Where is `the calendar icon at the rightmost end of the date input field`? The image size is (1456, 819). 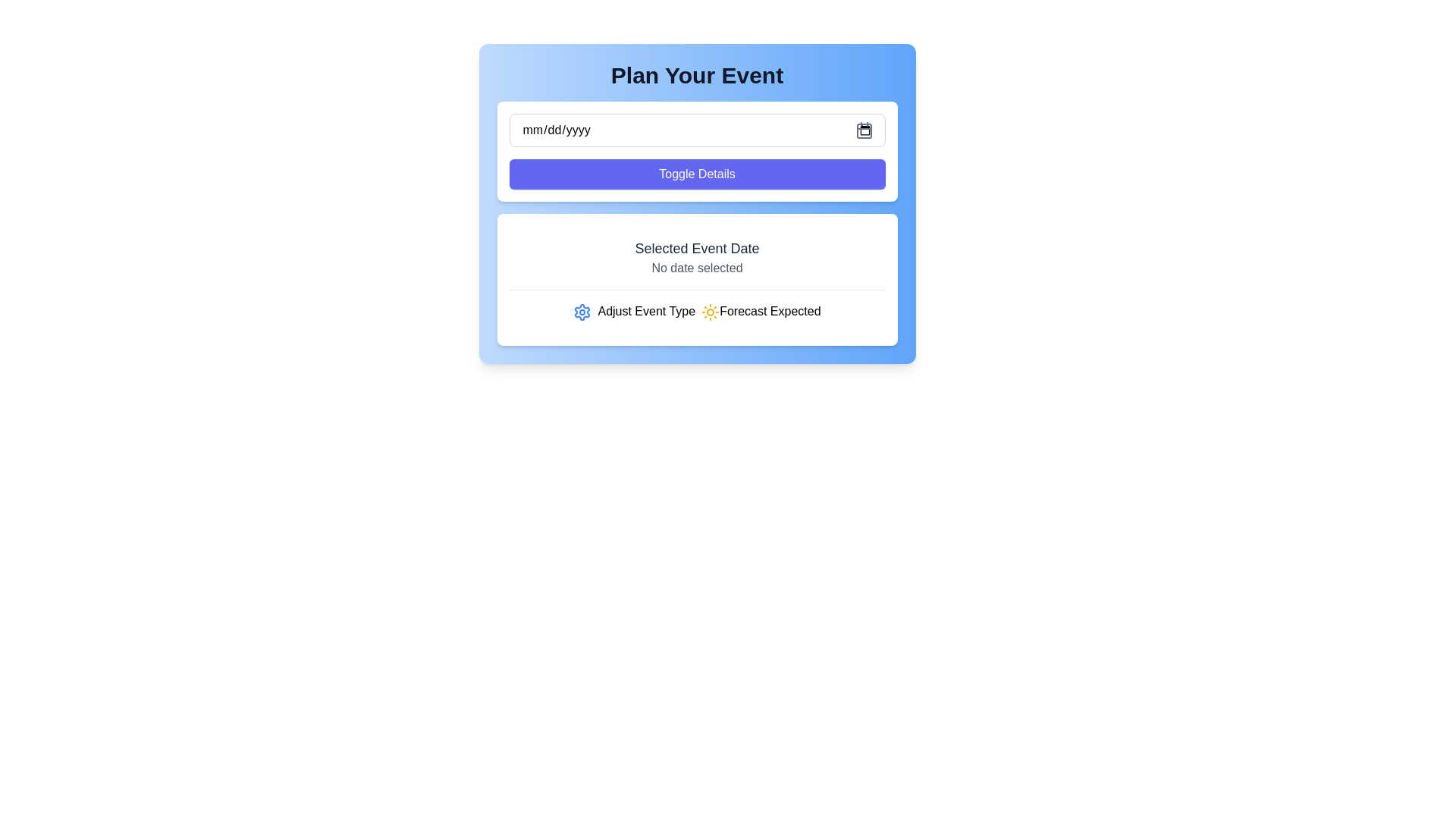 the calendar icon at the rightmost end of the date input field is located at coordinates (864, 130).